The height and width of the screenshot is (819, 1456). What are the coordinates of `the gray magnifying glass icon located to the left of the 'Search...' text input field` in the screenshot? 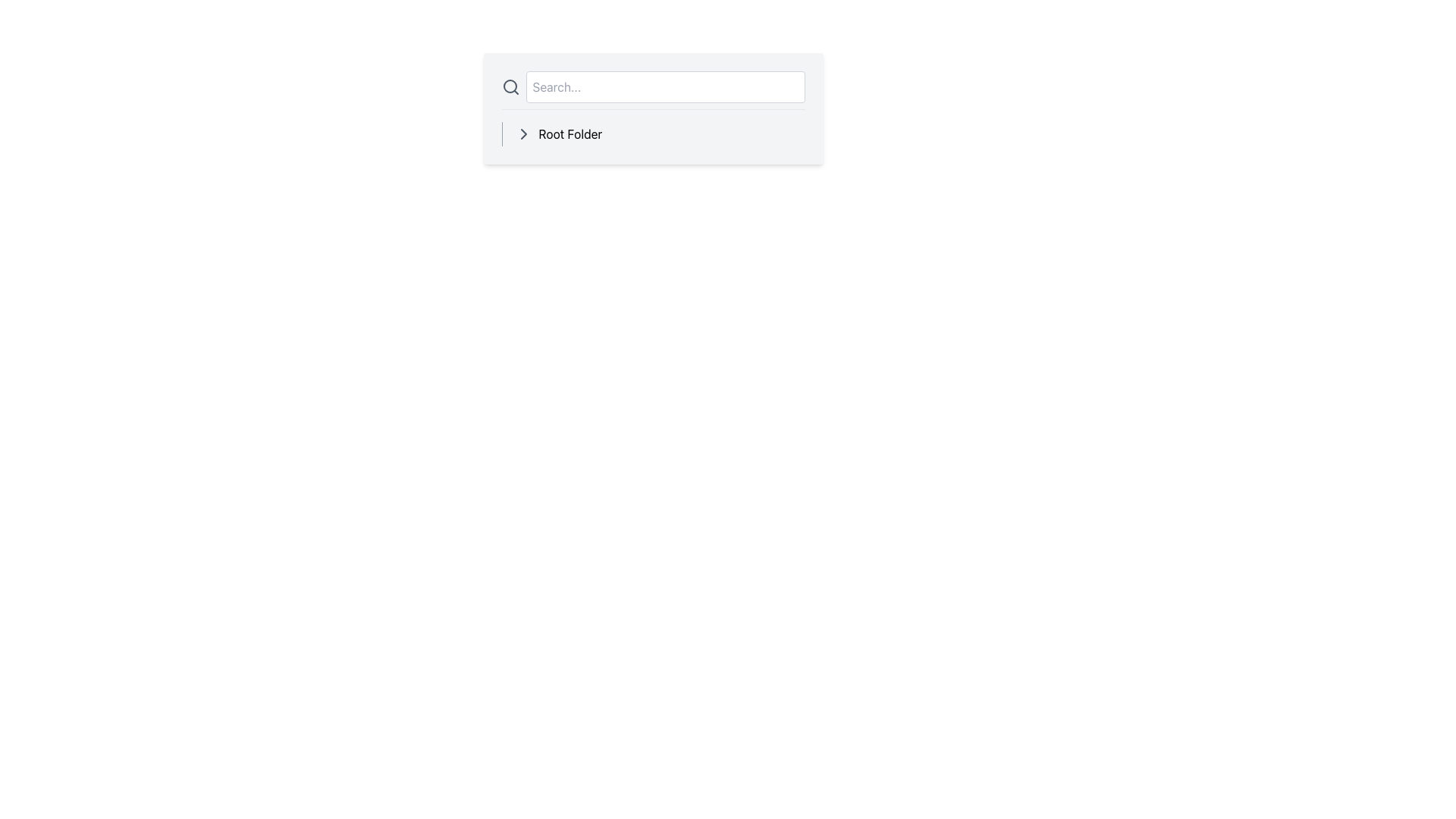 It's located at (510, 87).